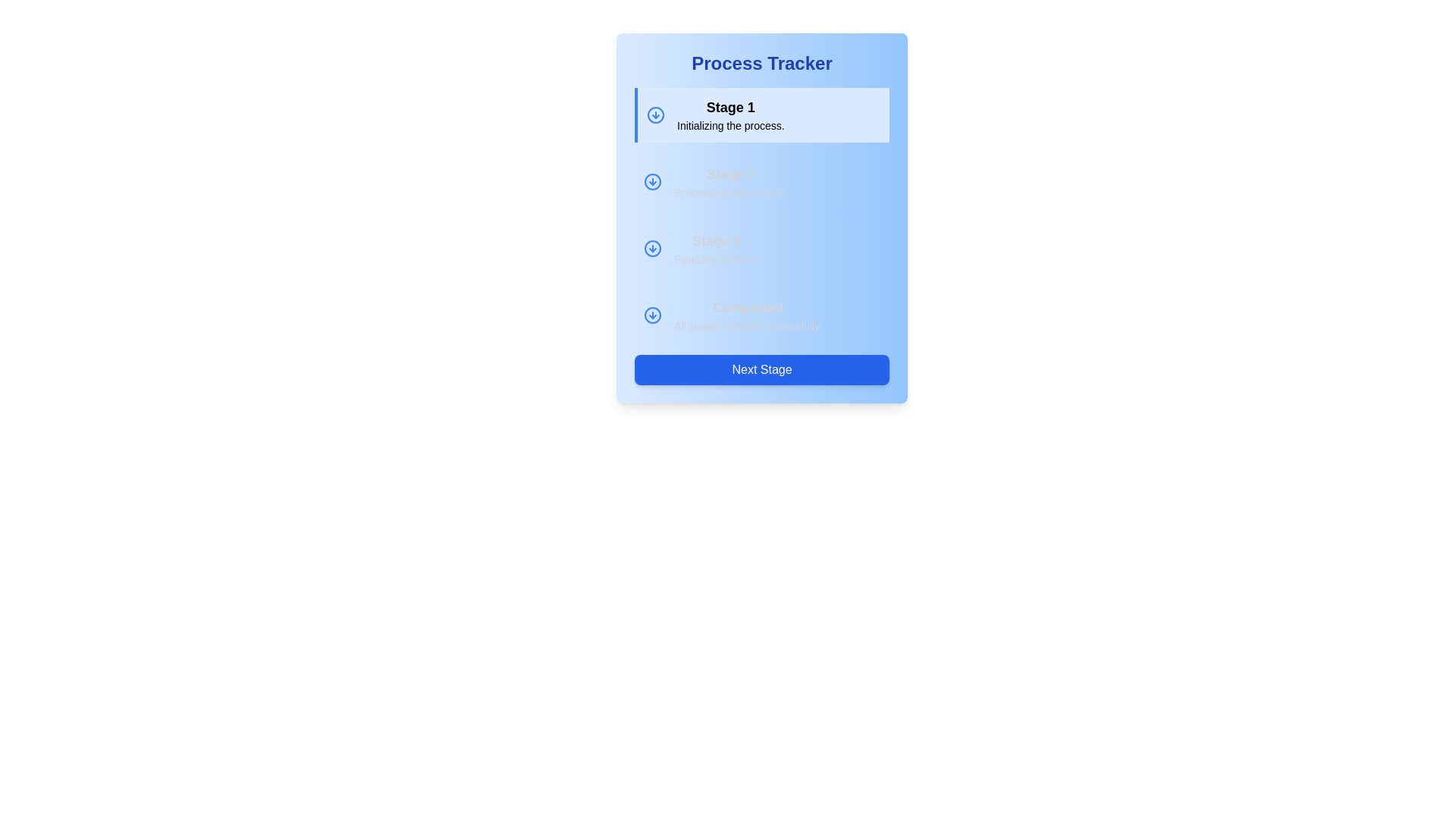  I want to click on the circular SVG shape with a blue stroke adjacent to the 'Stage 3' label in the vertical process tracker, so click(652, 247).